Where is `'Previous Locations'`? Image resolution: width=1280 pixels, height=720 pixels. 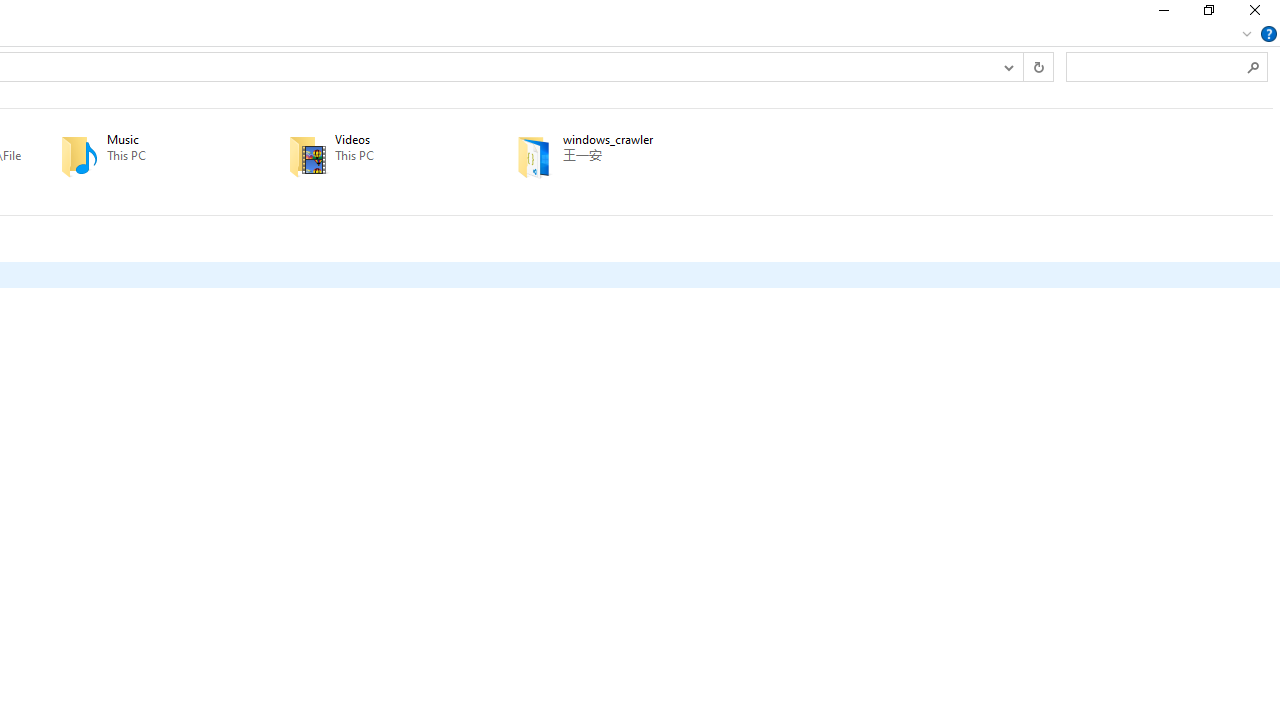
'Previous Locations' is located at coordinates (1008, 65).